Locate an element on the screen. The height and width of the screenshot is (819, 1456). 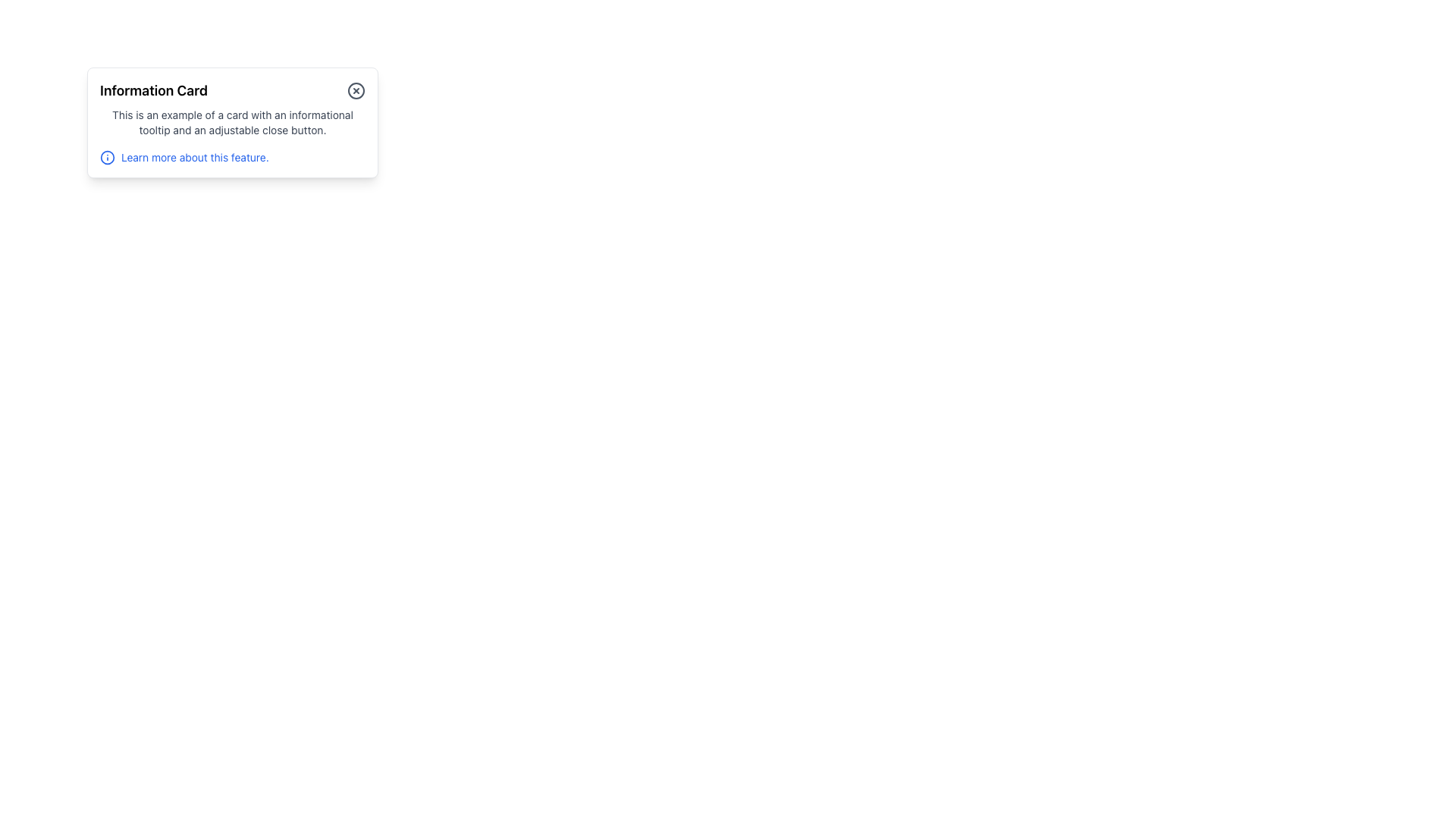
the circular close icon located in the top-right corner of the 'Information Card' tooltip, which changes color to red when hovered over is located at coordinates (356, 90).